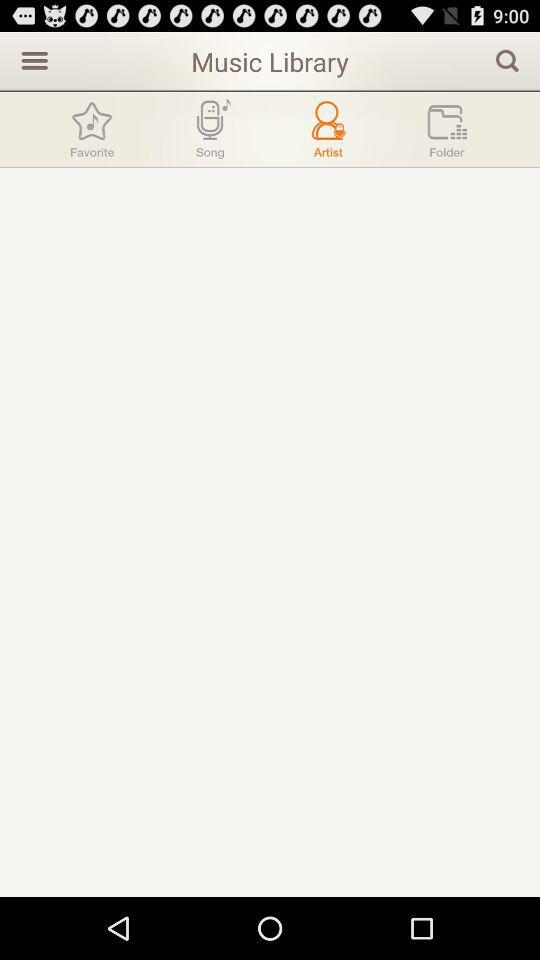 The image size is (540, 960). Describe the element at coordinates (31, 59) in the screenshot. I see `icon to the left of music library item` at that location.